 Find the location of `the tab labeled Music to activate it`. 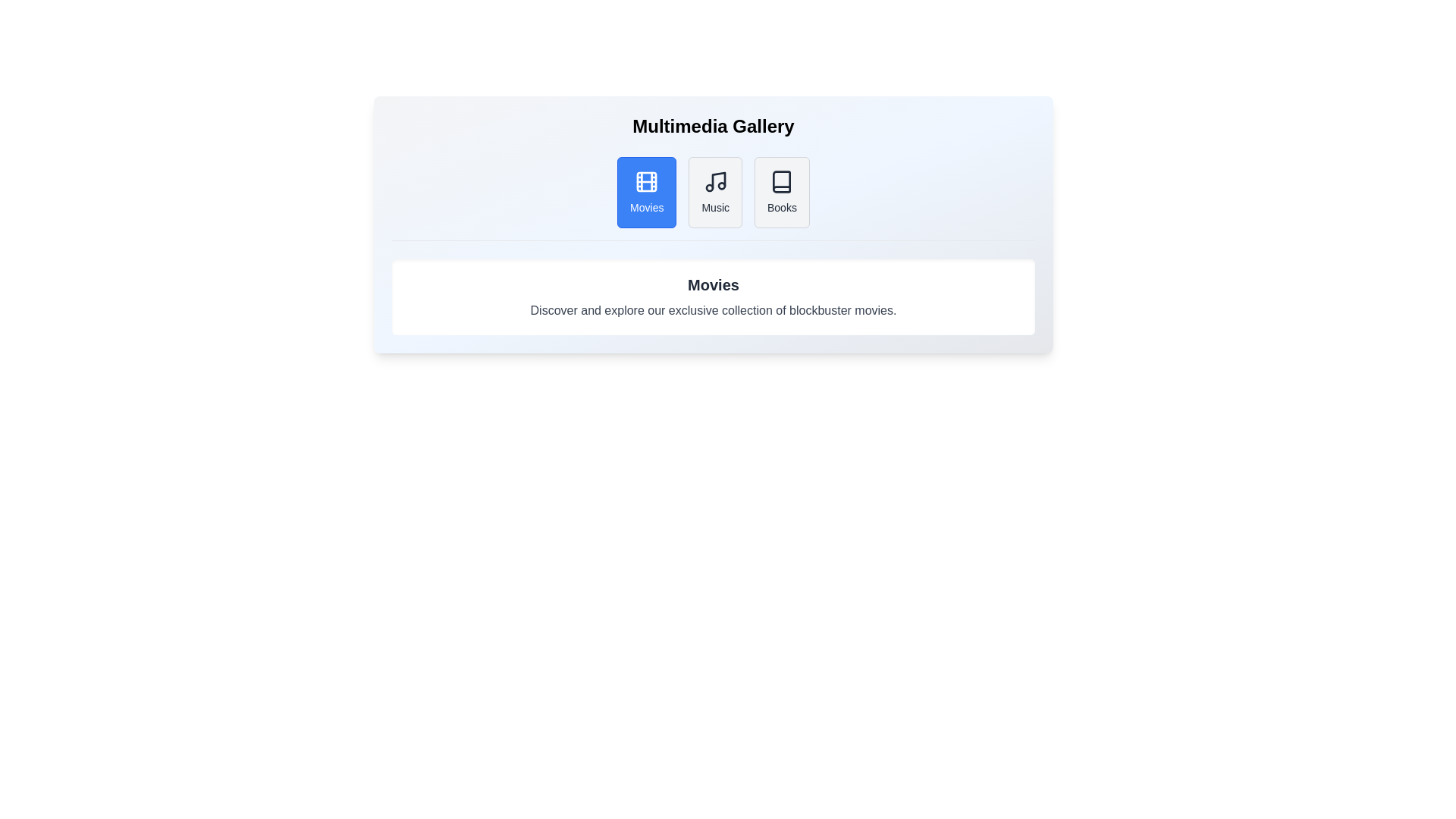

the tab labeled Music to activate it is located at coordinates (714, 192).